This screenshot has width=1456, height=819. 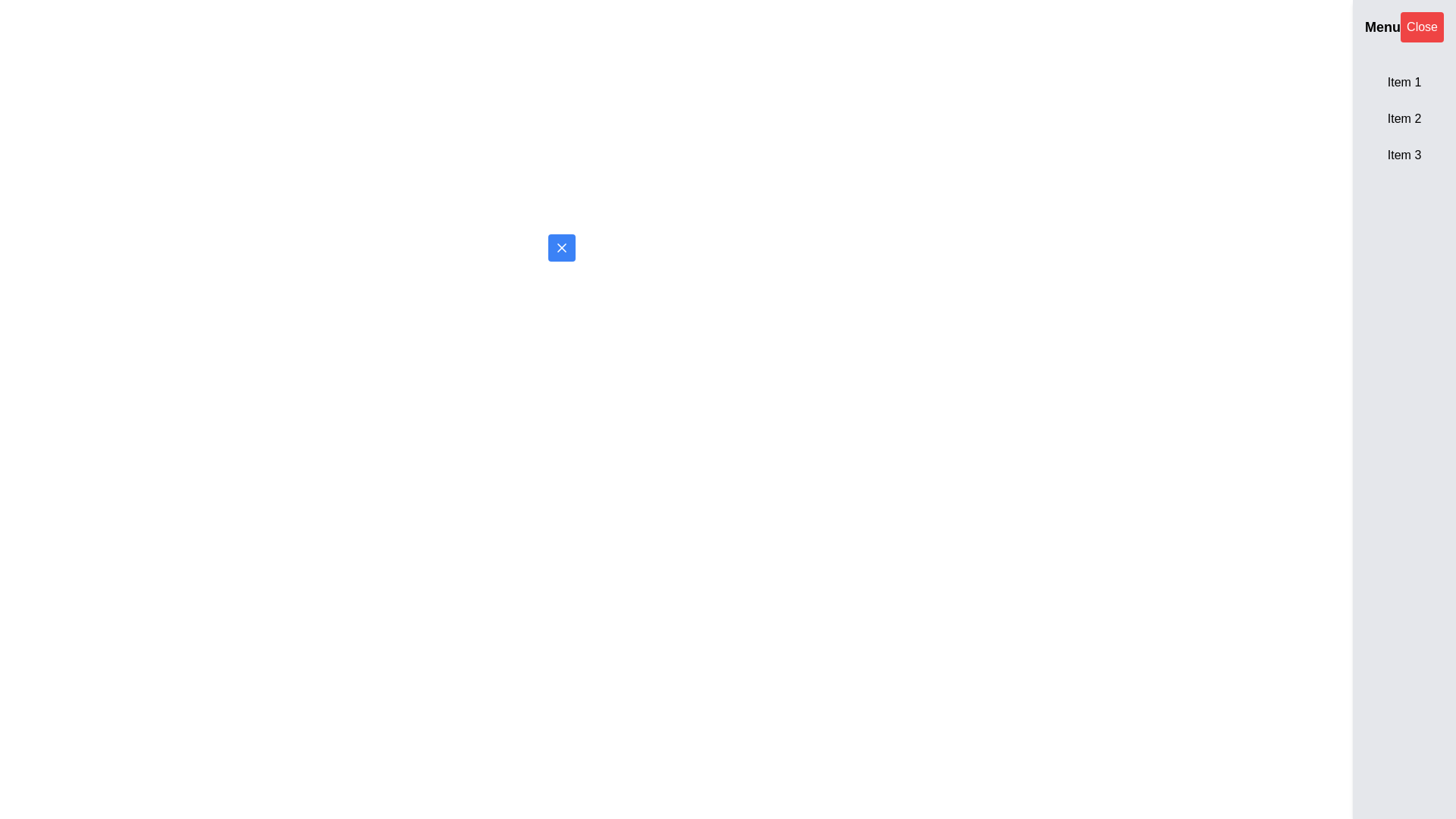 What do you see at coordinates (1404, 118) in the screenshot?
I see `the second item in the vertical list component labeled 'Item 2', which is positioned between 'Item 1' and 'Item 3'` at bounding box center [1404, 118].